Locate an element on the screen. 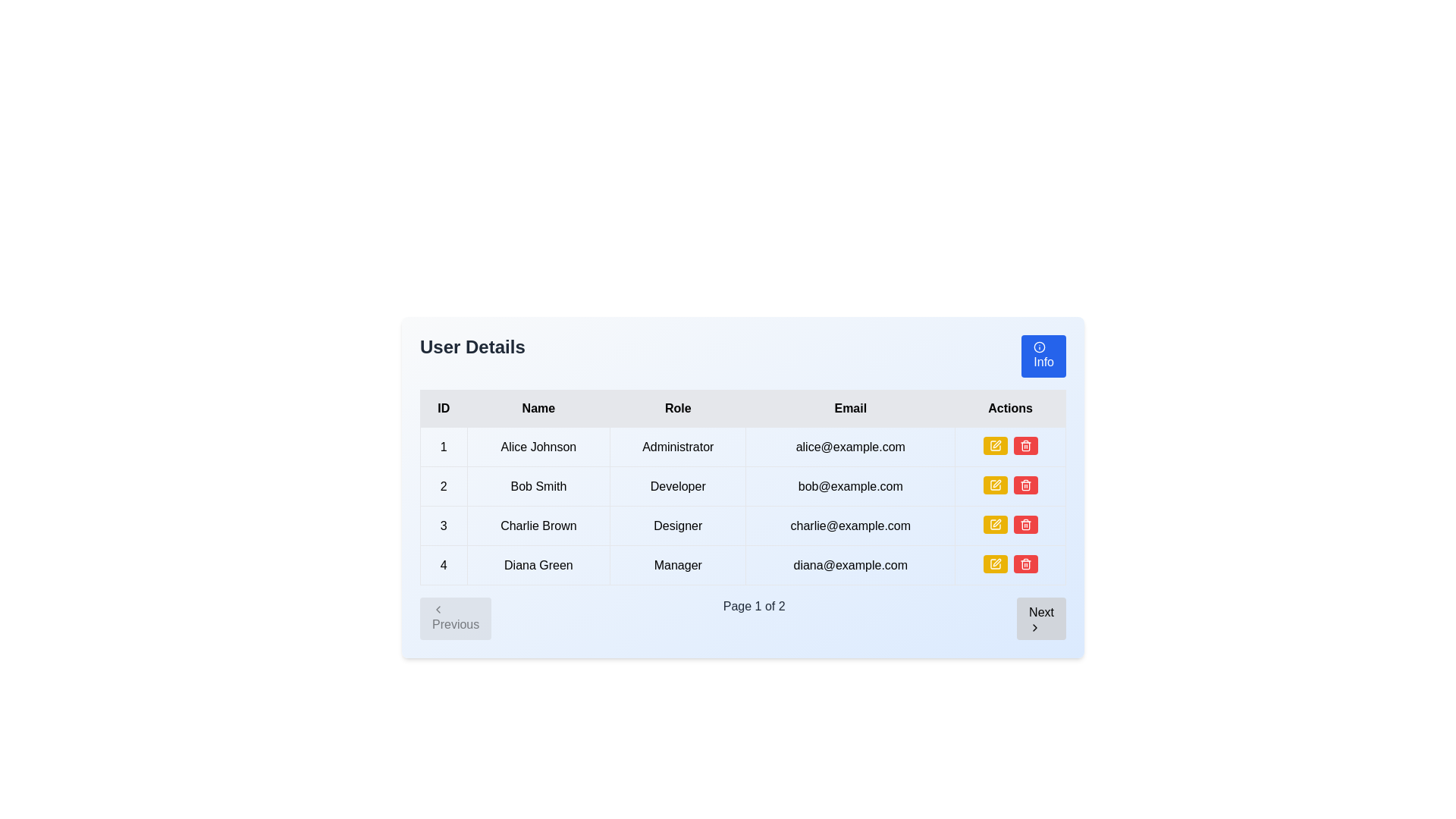  the trash can icon located in the 'Actions' column for the second row in the table is located at coordinates (1025, 525).